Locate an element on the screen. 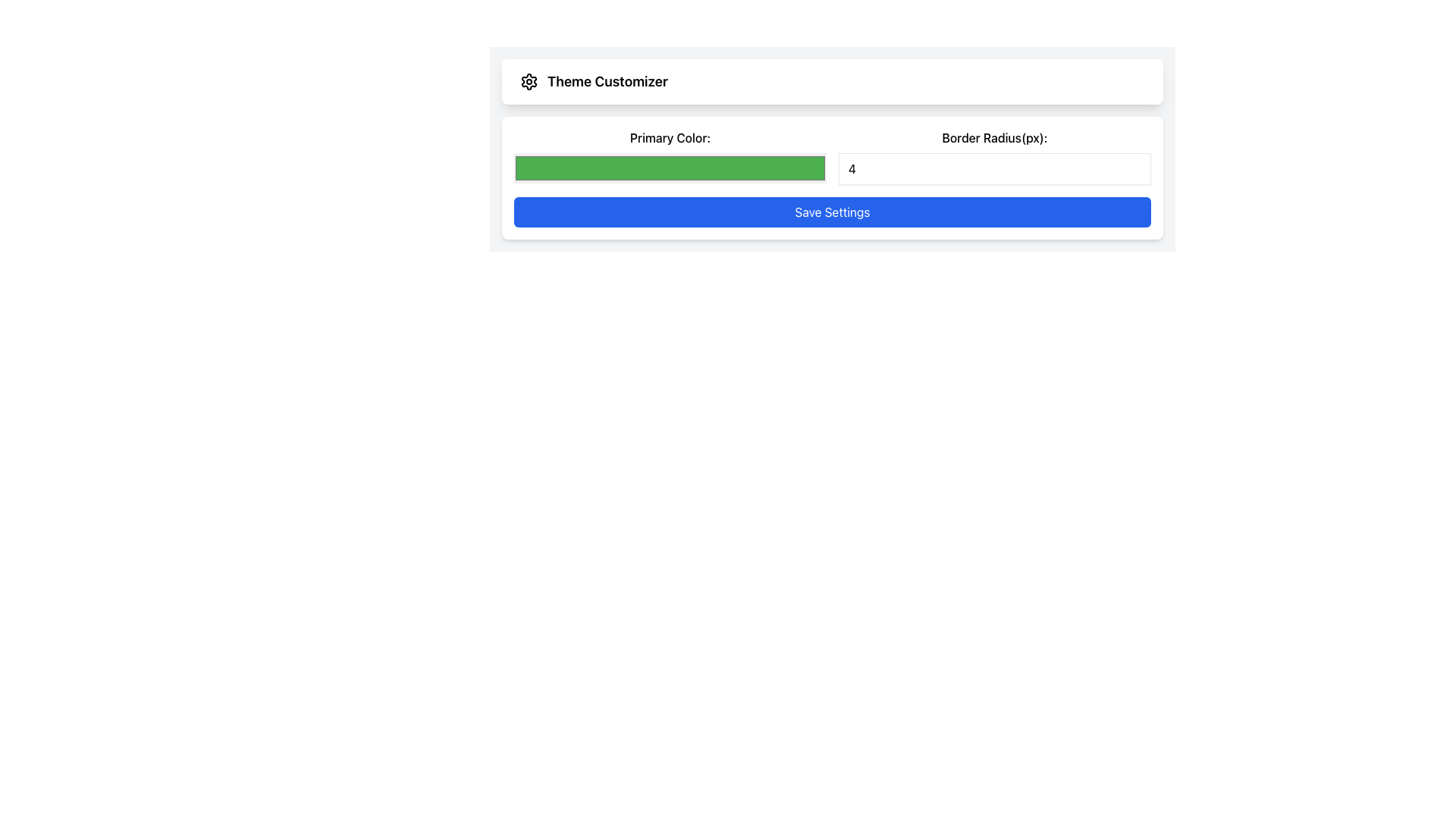 The height and width of the screenshot is (819, 1456). the settings icon that symbolizes customization options, located to the left of the text 'Theme Customizer' is located at coordinates (529, 82).